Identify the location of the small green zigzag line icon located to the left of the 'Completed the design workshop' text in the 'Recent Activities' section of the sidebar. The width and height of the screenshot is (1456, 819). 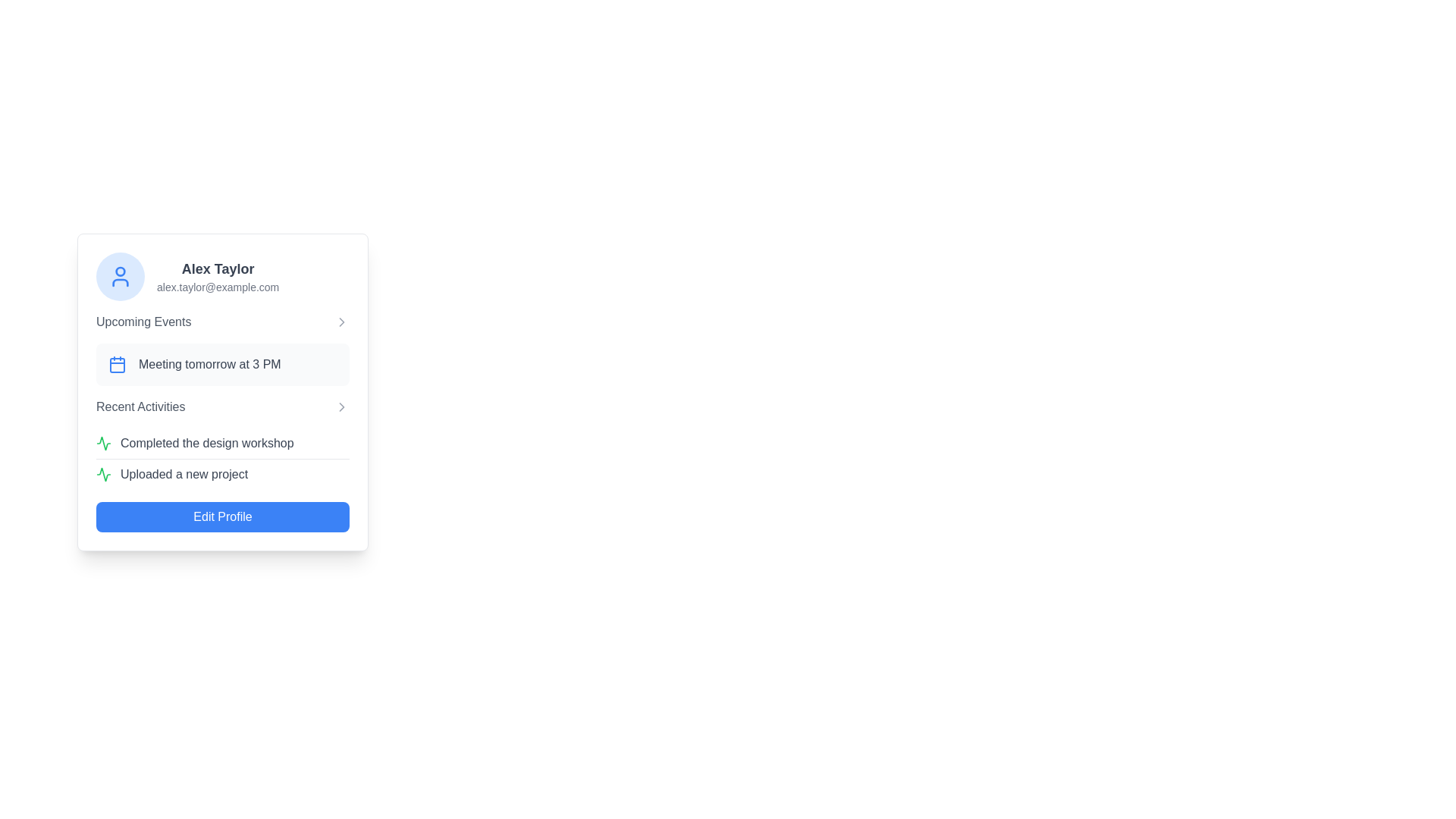
(103, 444).